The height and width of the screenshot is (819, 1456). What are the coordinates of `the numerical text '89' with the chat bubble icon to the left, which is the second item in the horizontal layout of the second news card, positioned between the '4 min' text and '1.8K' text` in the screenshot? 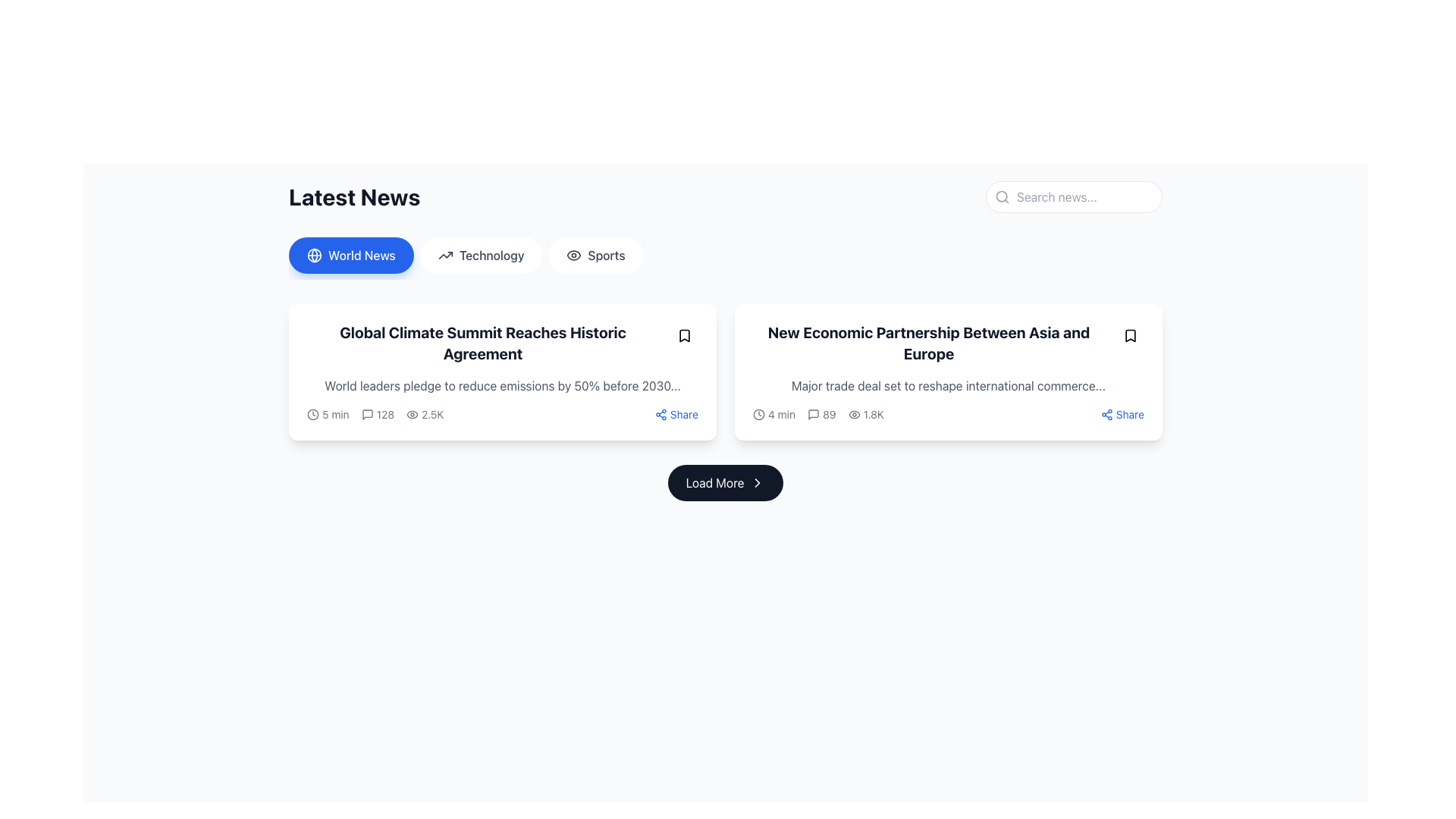 It's located at (821, 415).